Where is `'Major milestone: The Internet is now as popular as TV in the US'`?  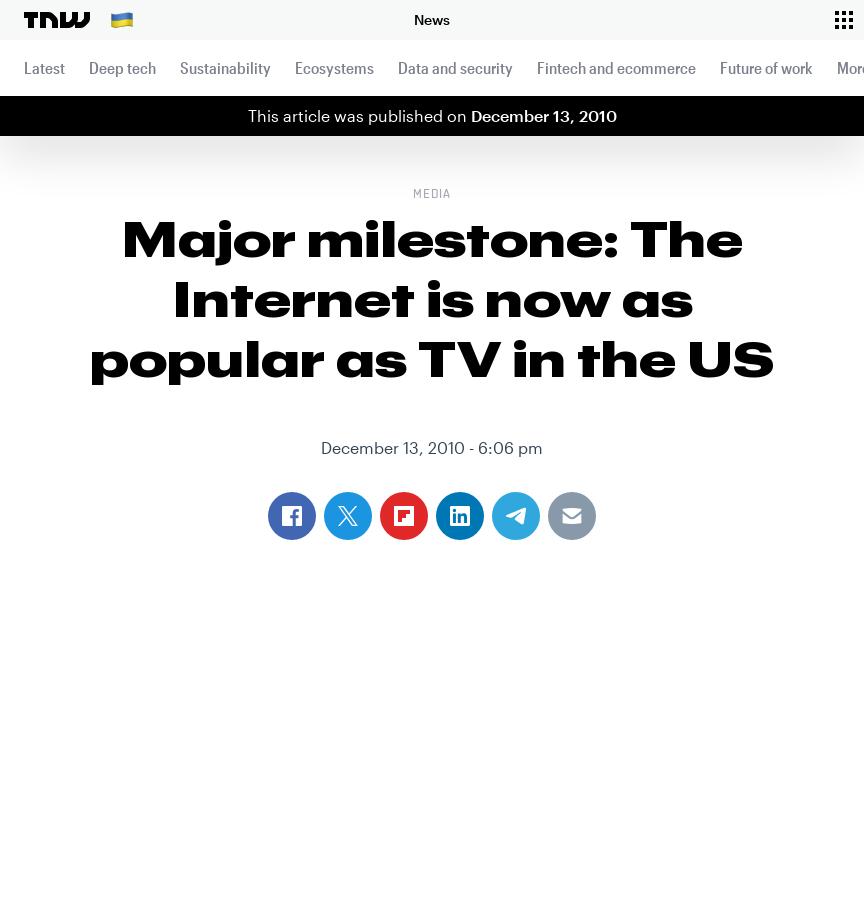 'Major milestone: The Internet is now as popular as TV in the US' is located at coordinates (432, 297).